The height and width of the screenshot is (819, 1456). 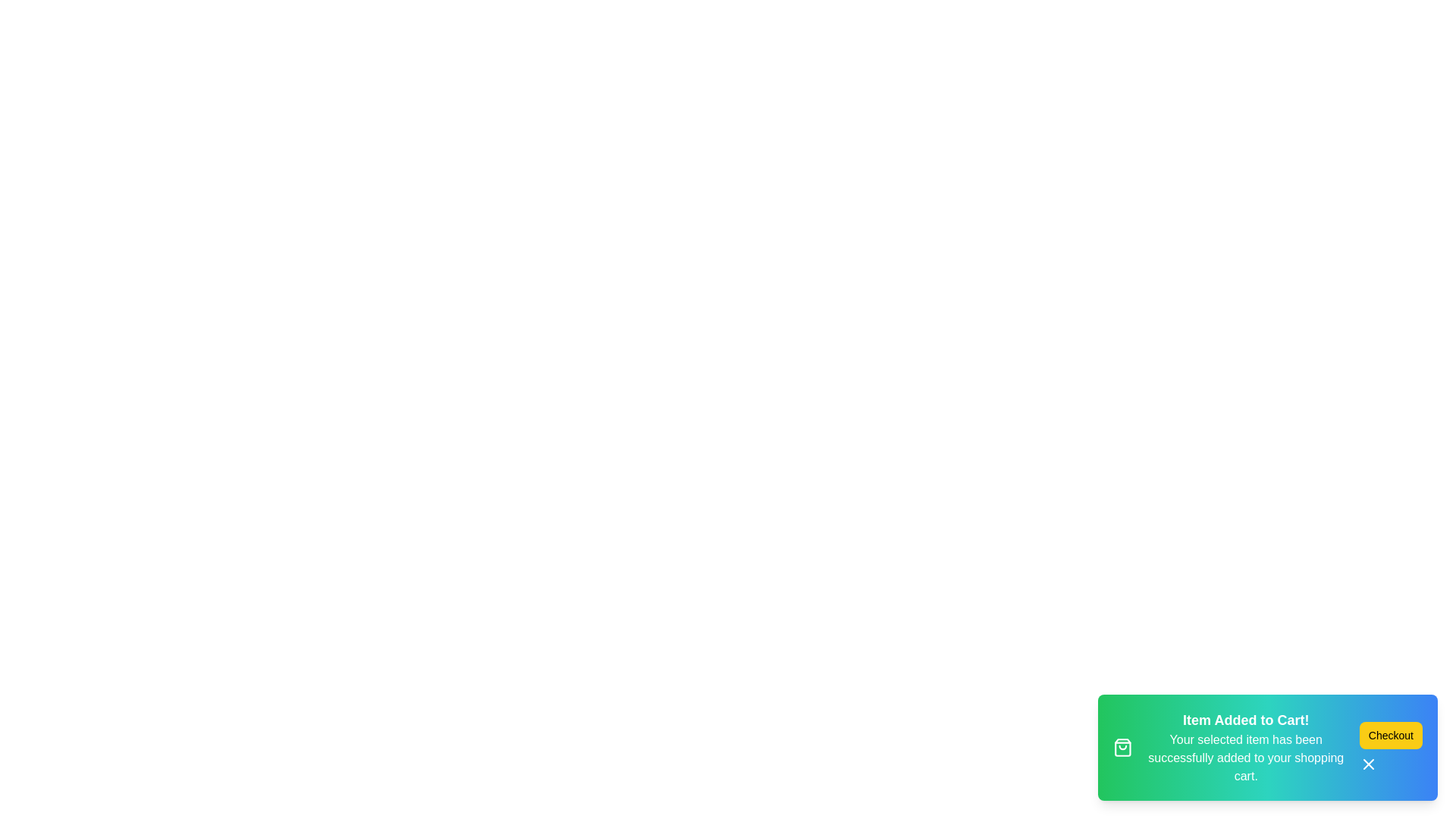 What do you see at coordinates (1390, 734) in the screenshot?
I see `'Checkout' button to proceed to checkout` at bounding box center [1390, 734].